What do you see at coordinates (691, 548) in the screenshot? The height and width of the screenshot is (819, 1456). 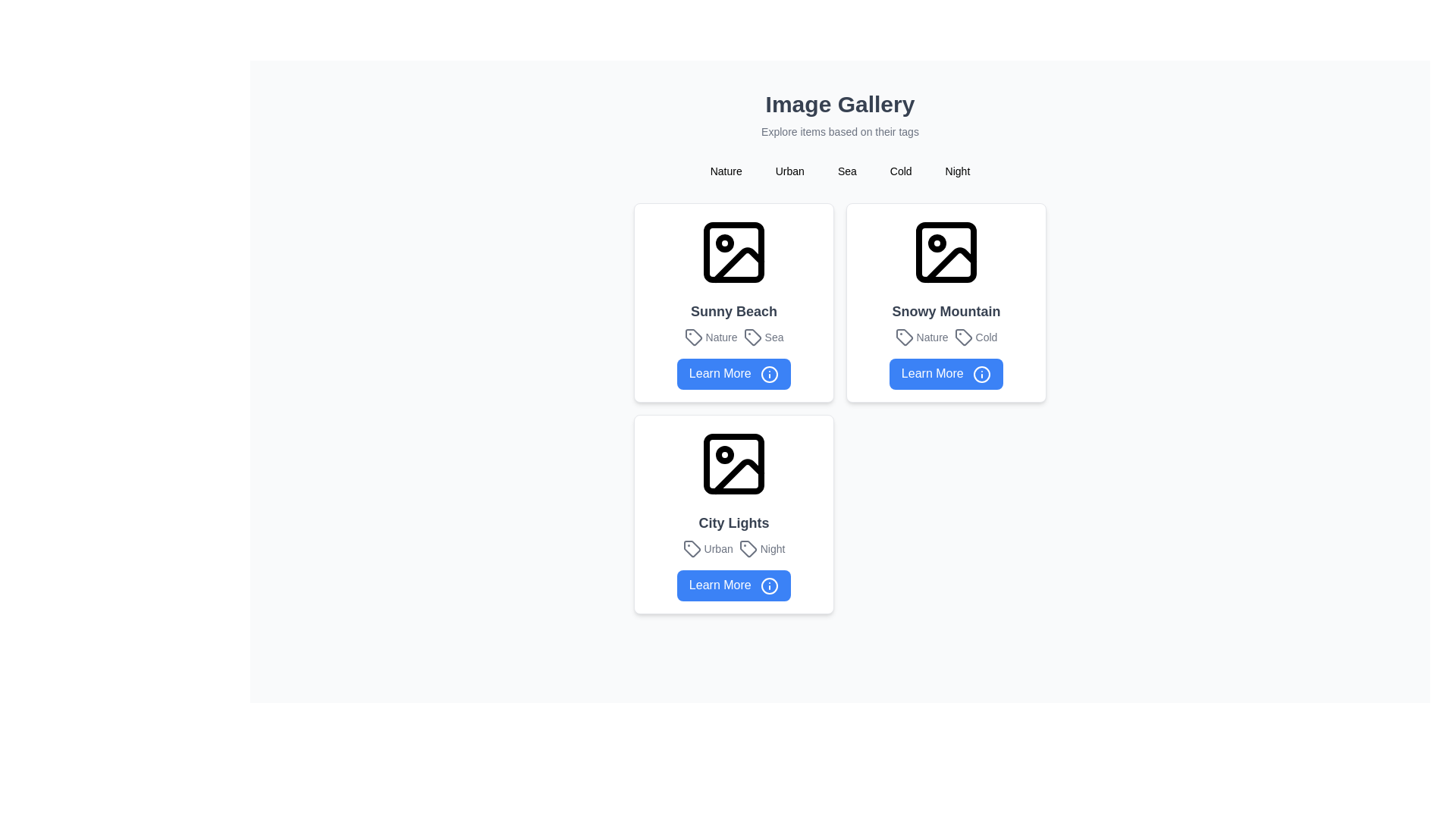 I see `the icon that visually signifies the text 'Urban', which is located to the left of the 'Urban' text under the 'City Lights' card in the third row of the main grid layout` at bounding box center [691, 548].